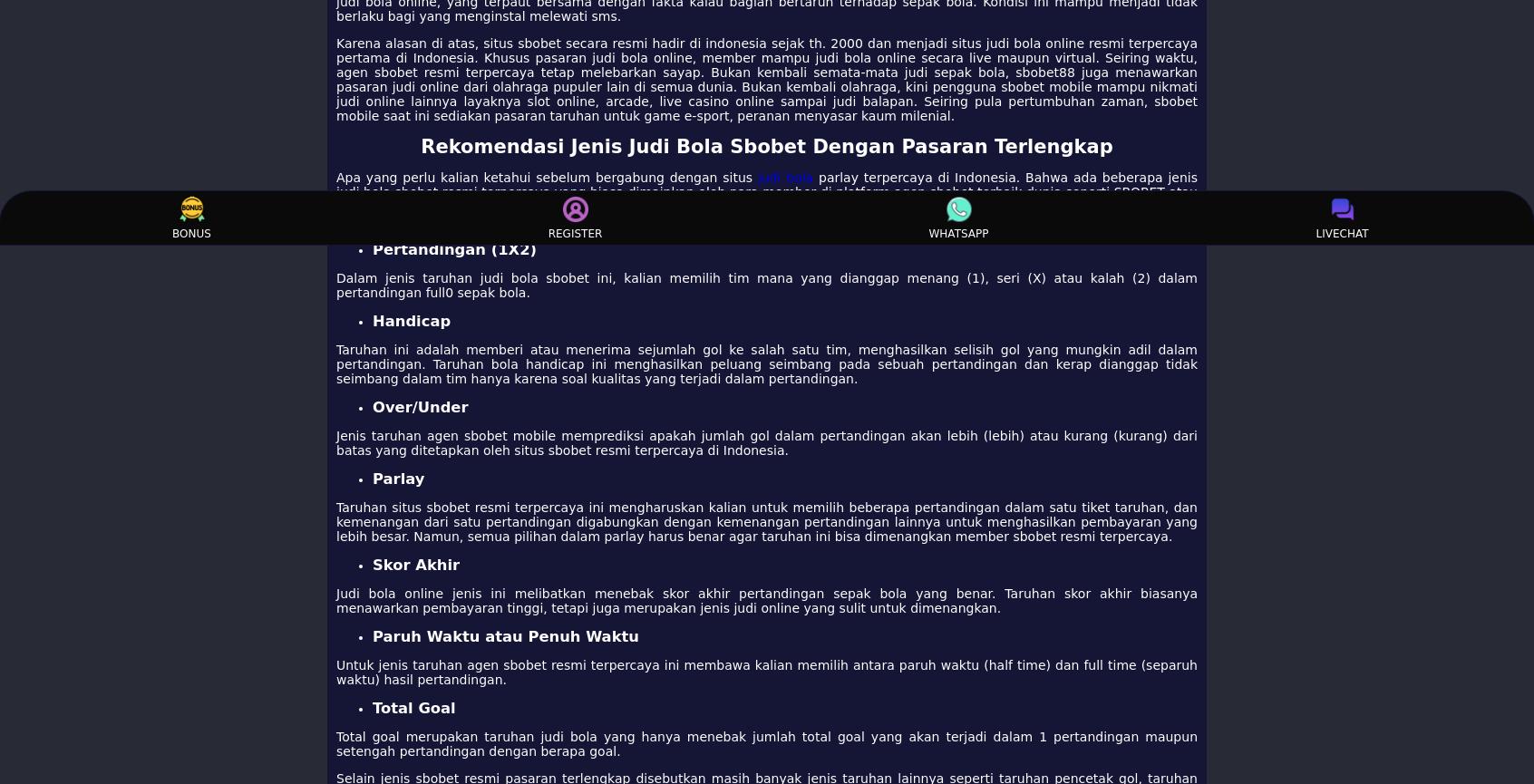 The image size is (1534, 784). I want to click on 'WHATSAPP', so click(956, 233).